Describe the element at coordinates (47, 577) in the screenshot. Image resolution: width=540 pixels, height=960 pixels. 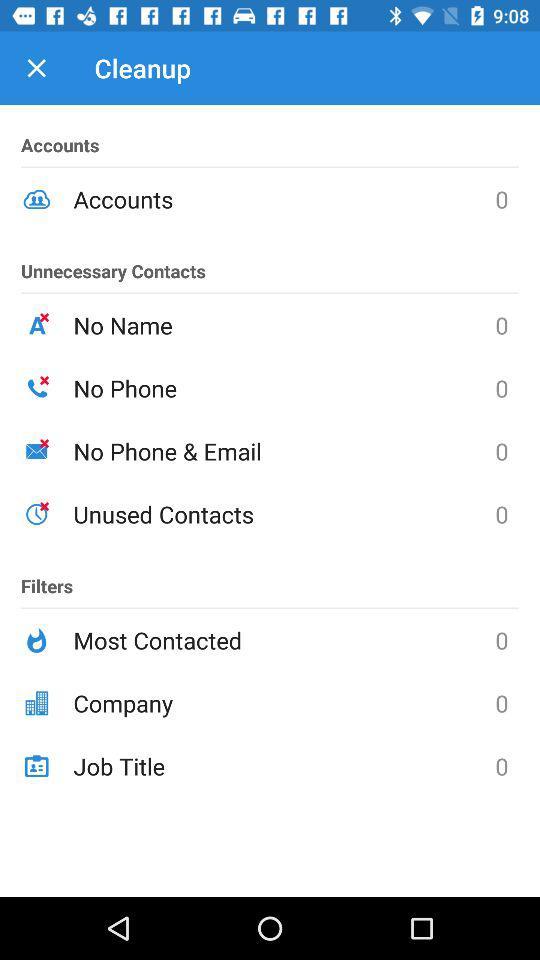
I see `the icon to the left of unused contacts` at that location.